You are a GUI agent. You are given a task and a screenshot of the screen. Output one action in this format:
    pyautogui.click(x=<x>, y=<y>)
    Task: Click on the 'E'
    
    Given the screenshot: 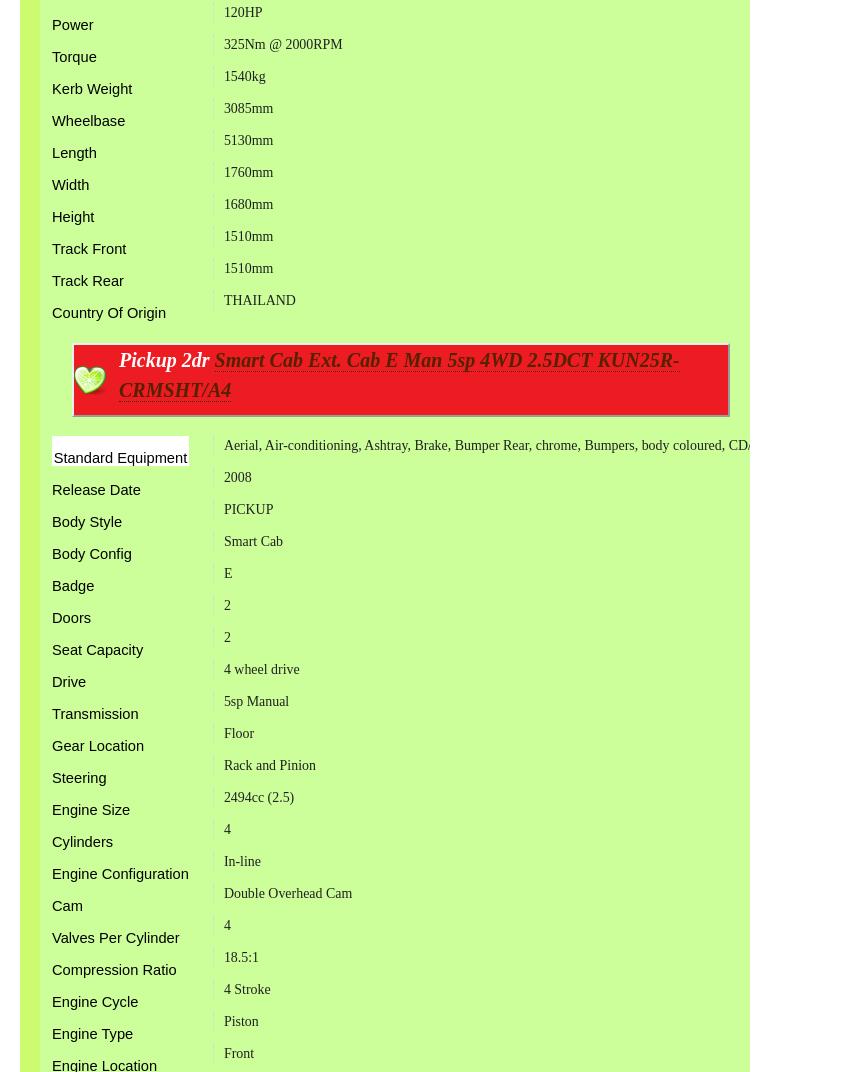 What is the action you would take?
    pyautogui.click(x=221, y=571)
    